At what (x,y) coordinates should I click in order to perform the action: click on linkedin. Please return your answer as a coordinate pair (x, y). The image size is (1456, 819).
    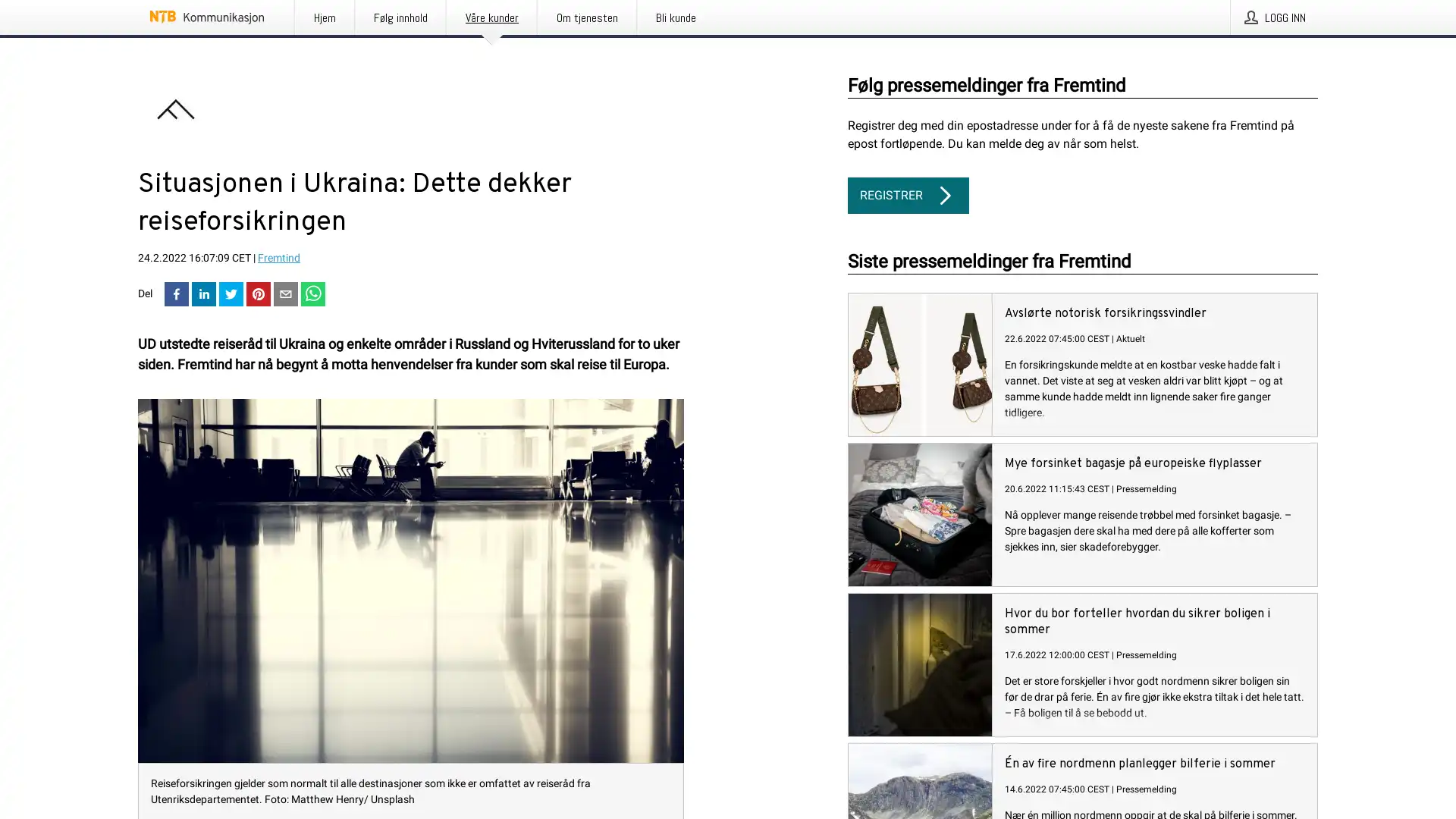
    Looking at the image, I should click on (202, 295).